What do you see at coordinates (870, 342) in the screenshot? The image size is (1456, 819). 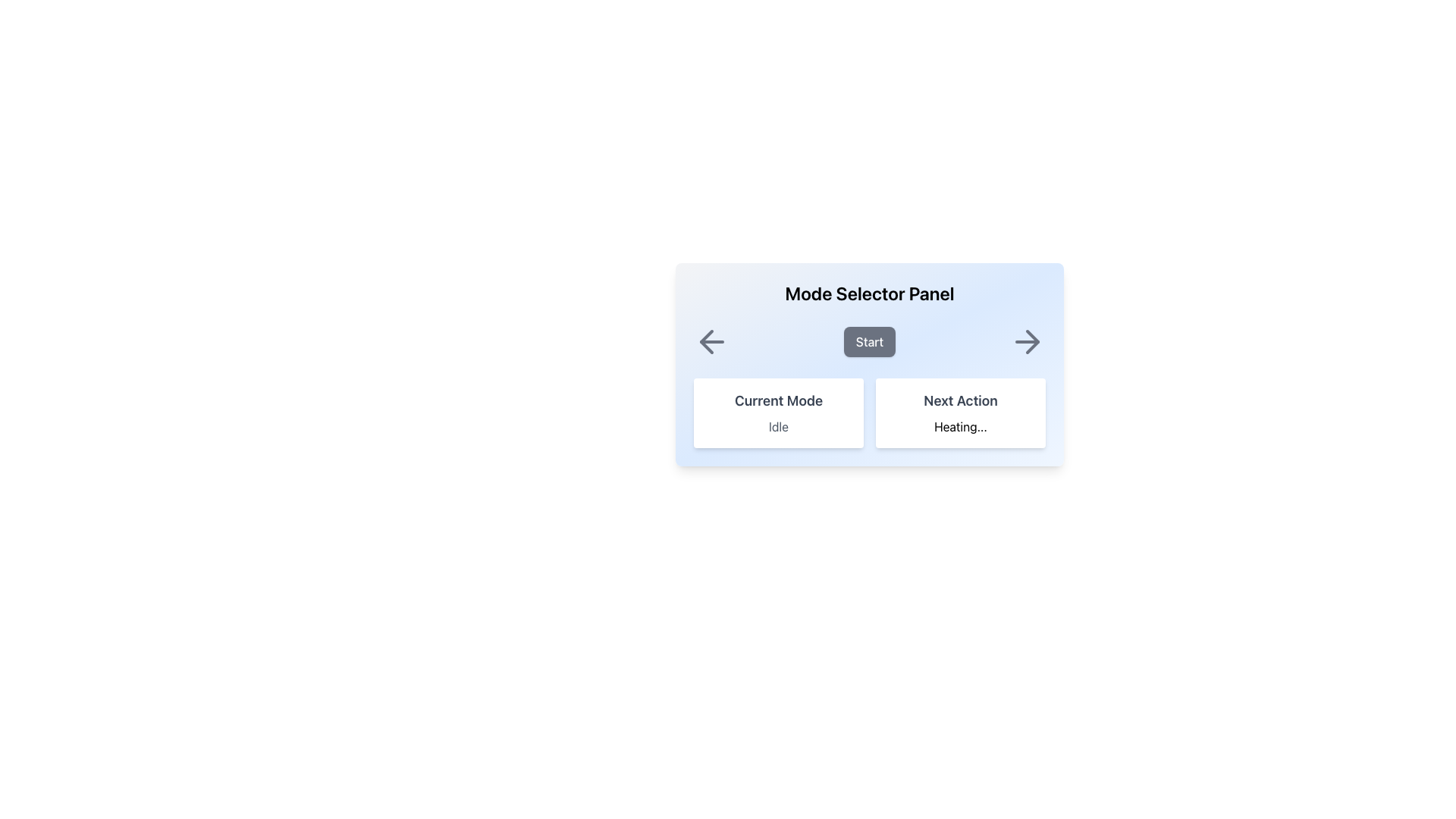 I see `the Start button located in the Mode Selector Panel, which is centrally placed between two arrow icons, to initiate an action` at bounding box center [870, 342].